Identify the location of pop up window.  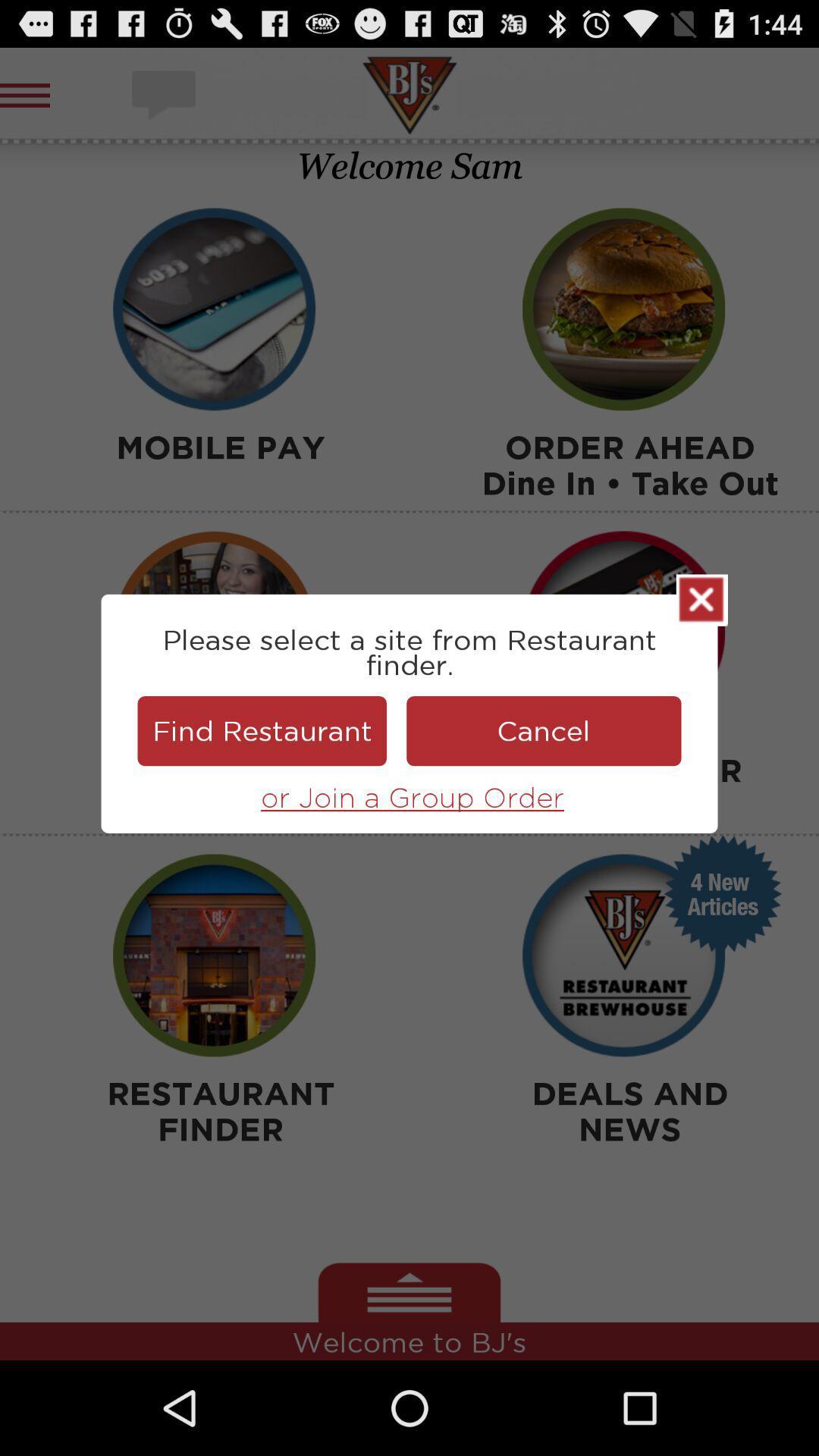
(701, 599).